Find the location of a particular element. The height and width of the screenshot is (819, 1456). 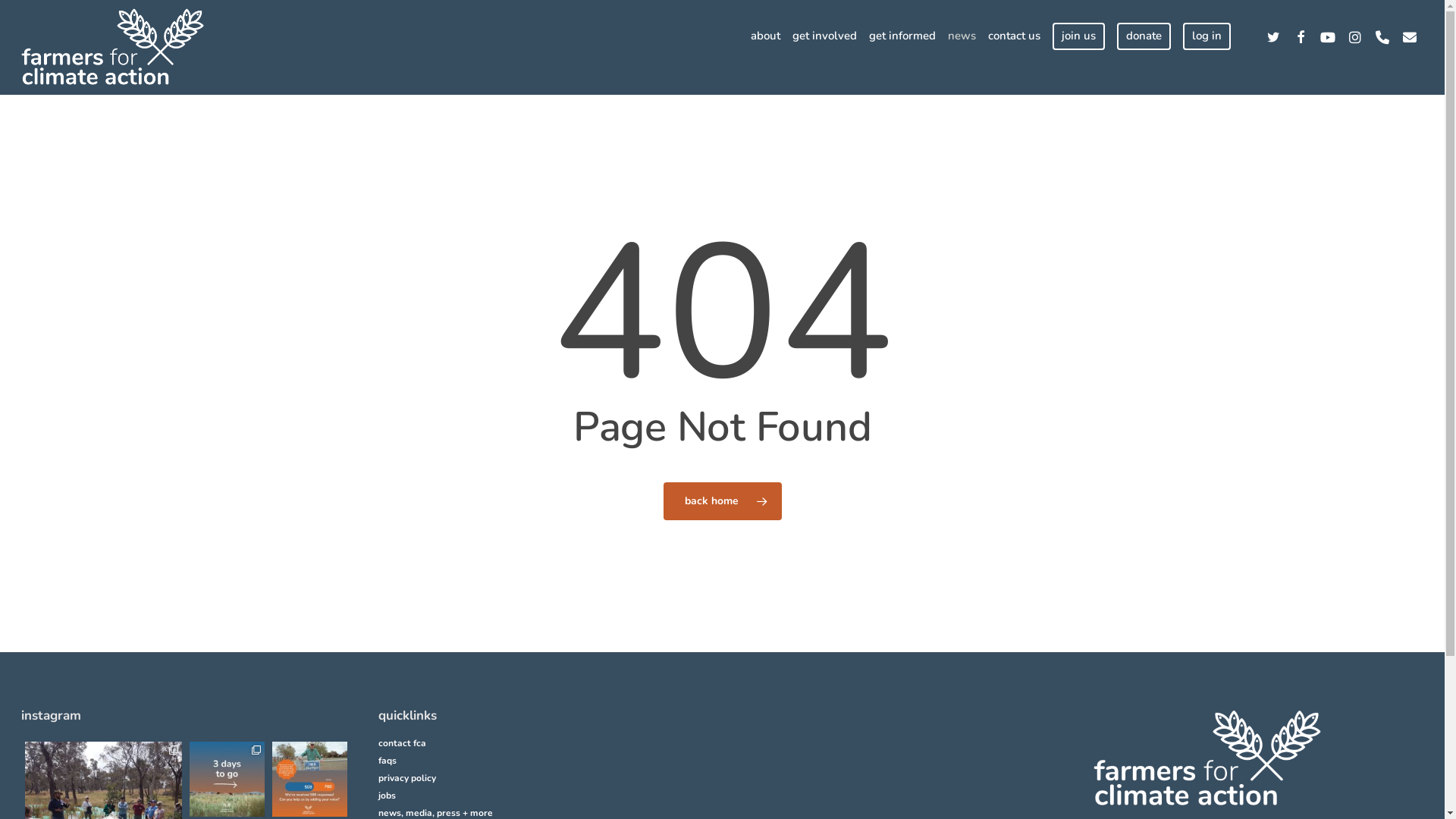

'log in' is located at coordinates (1206, 35).